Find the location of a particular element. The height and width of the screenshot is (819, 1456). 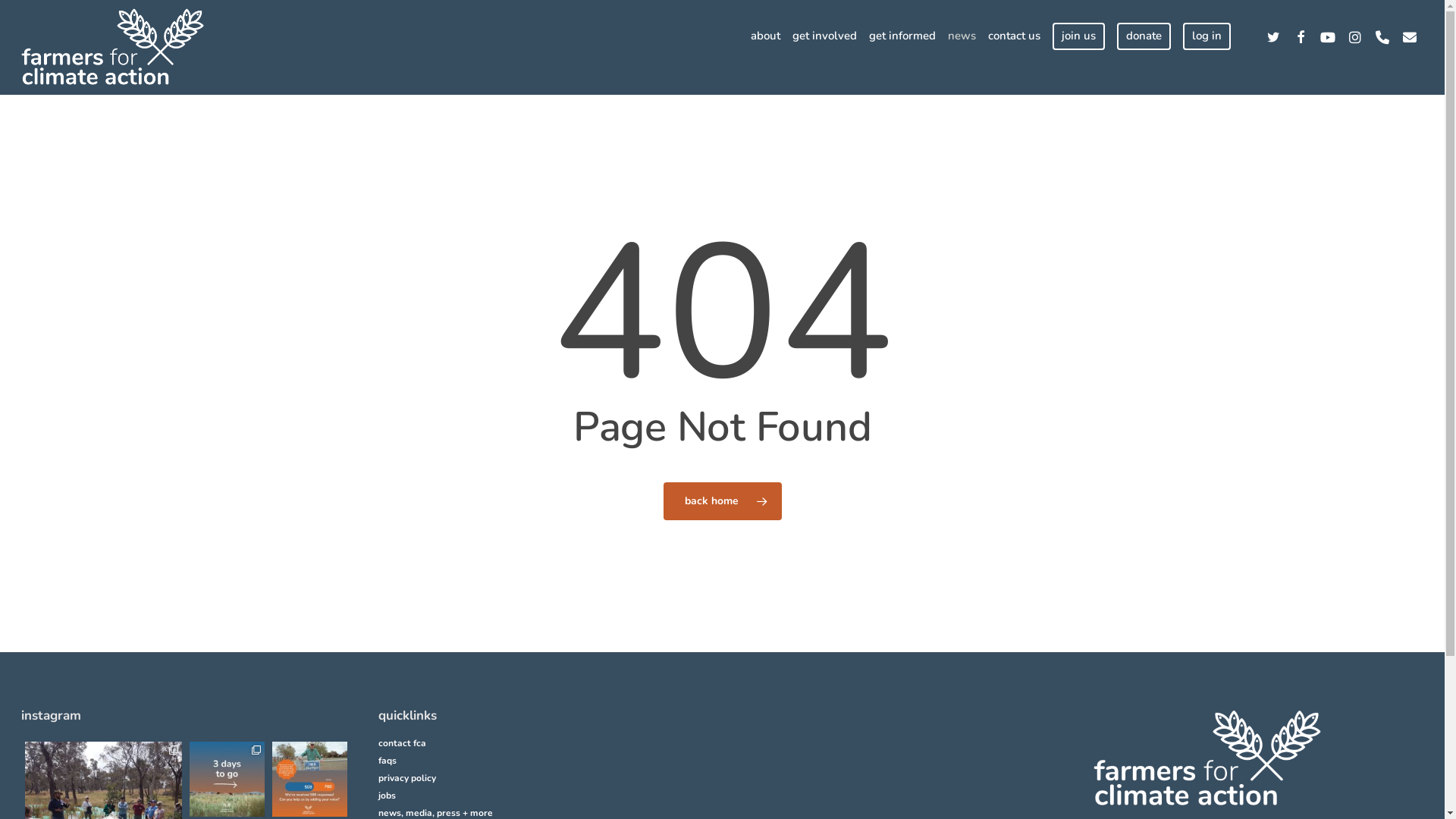

'log in' is located at coordinates (1206, 35).